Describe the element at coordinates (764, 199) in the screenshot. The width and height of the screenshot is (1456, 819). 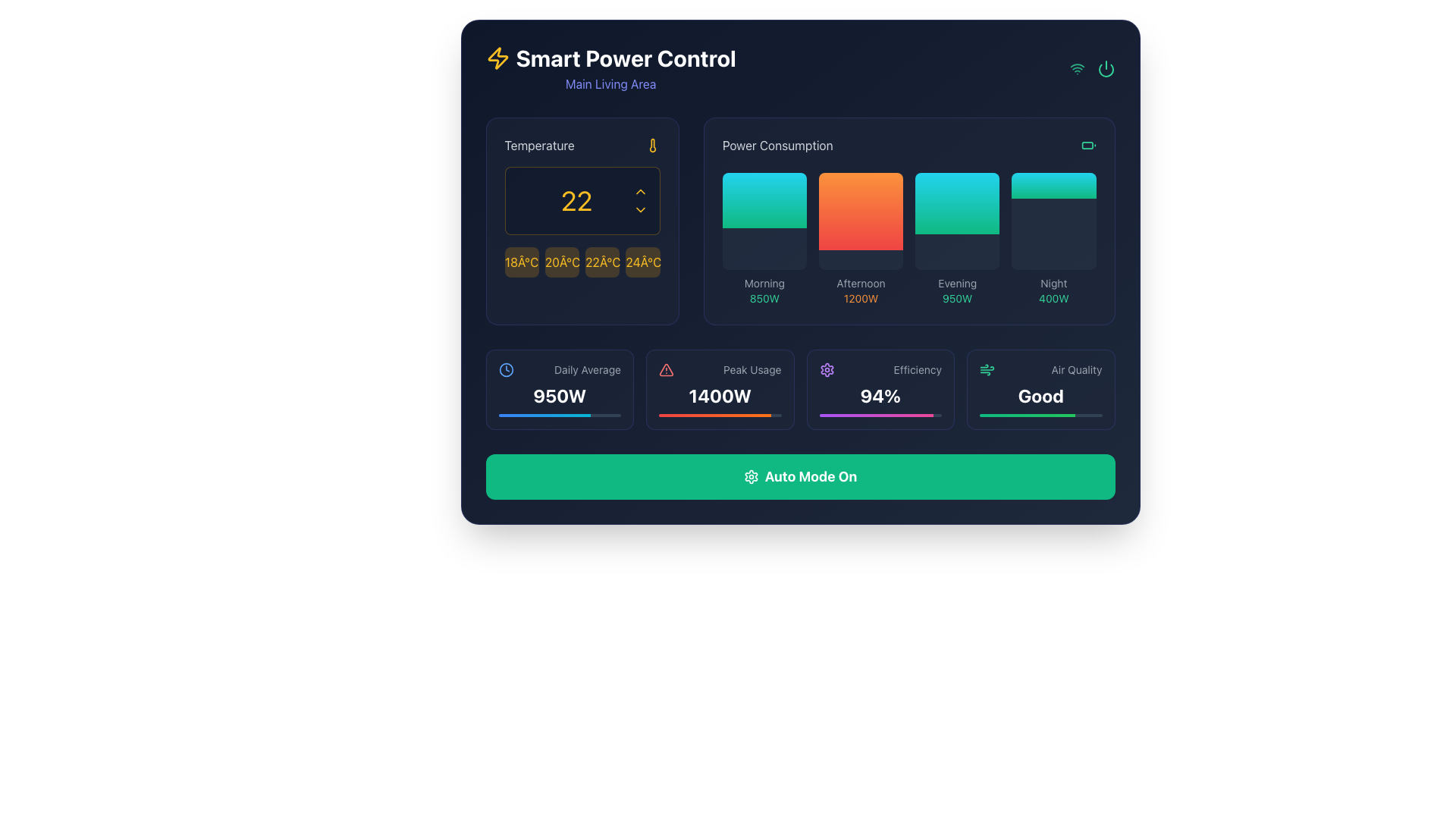
I see `the first graphical bar representing power consumption for the 'Morning' timeframe in the upper-right area of the interface` at that location.